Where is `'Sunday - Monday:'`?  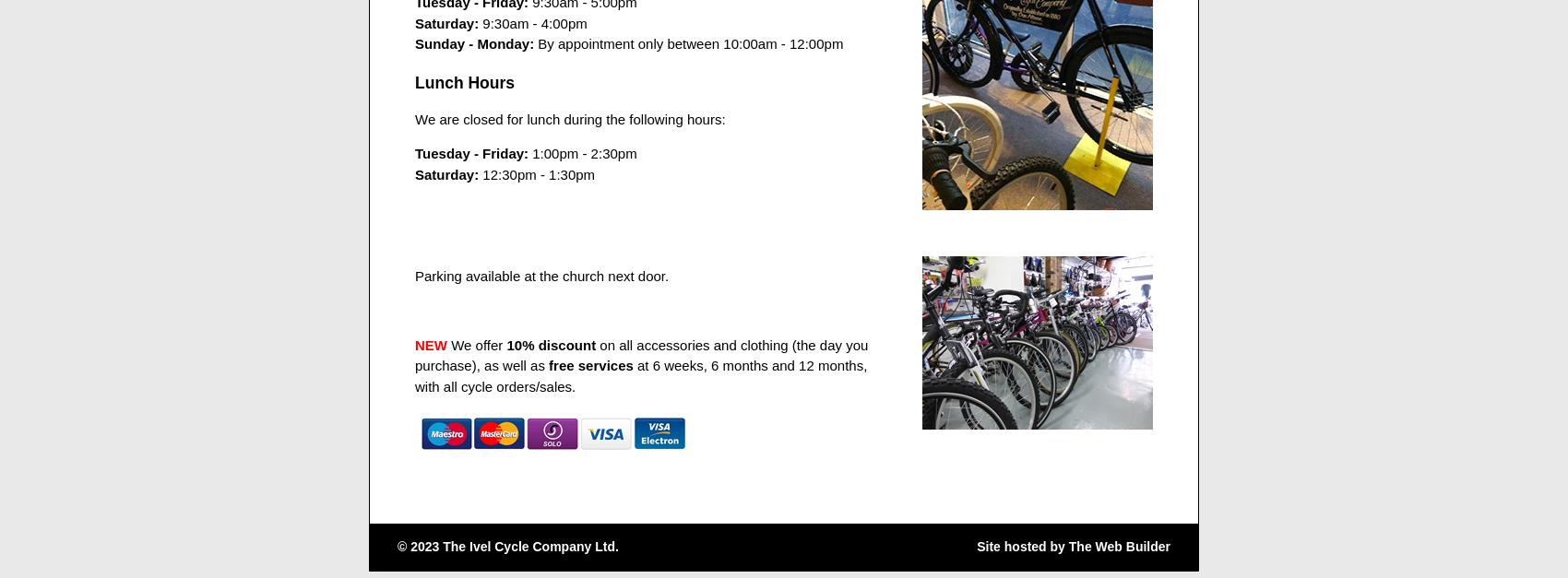
'Sunday - Monday:' is located at coordinates (474, 43).